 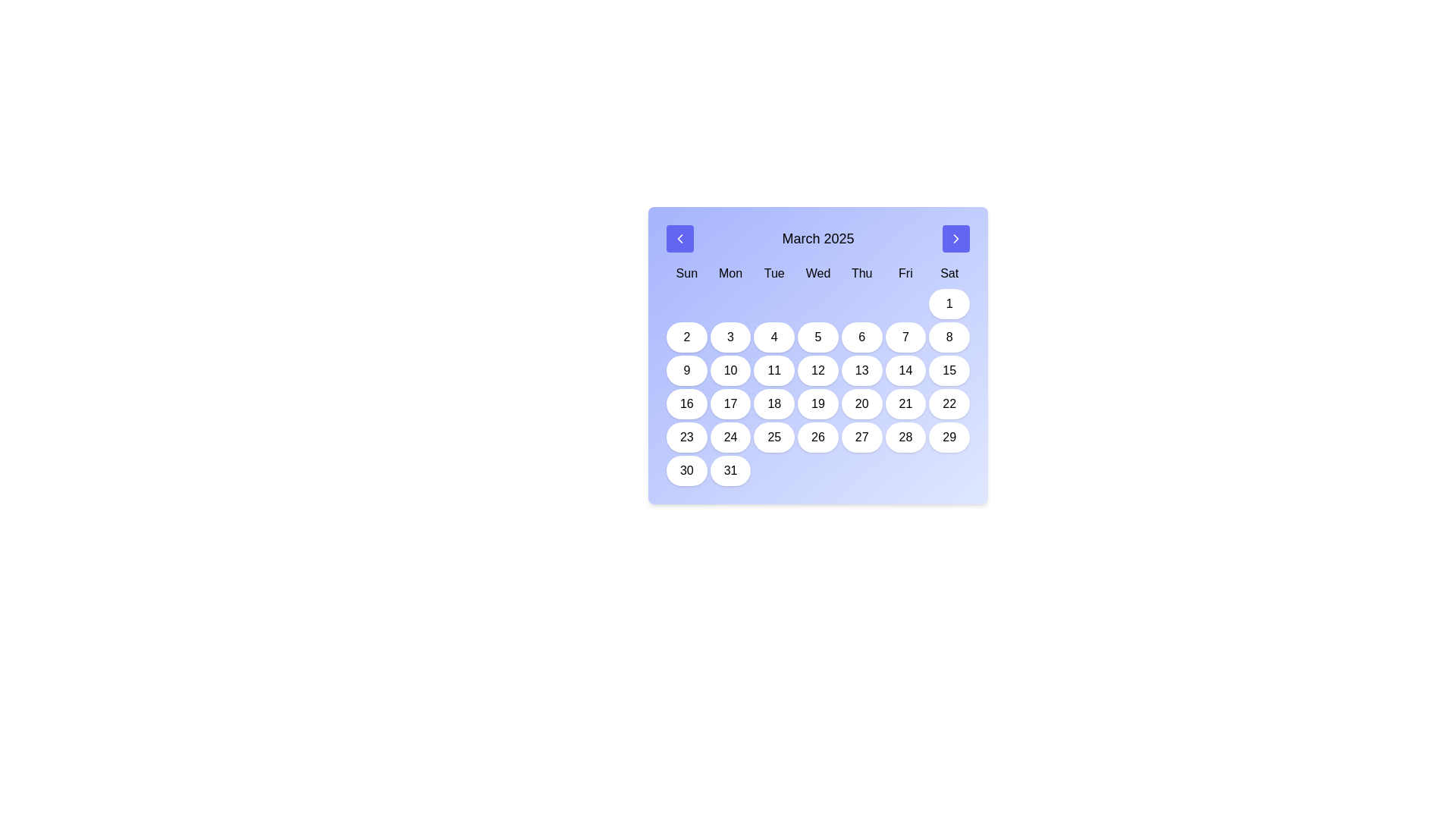 What do you see at coordinates (817, 274) in the screenshot?
I see `the text-based row header of the calendar, which labels the columns for each day in March 2025, positioned directly below the title and above the date grid` at bounding box center [817, 274].